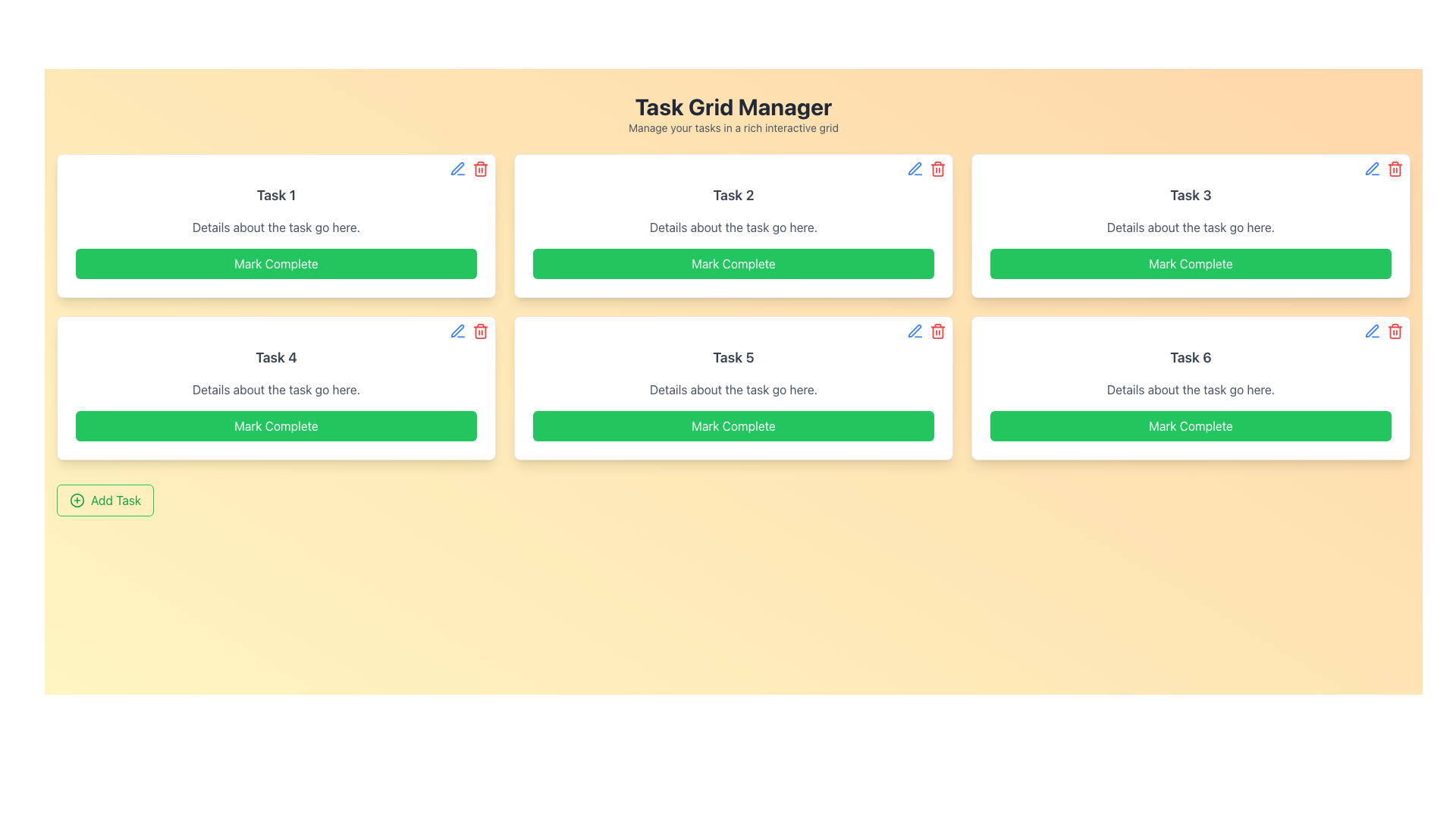 The image size is (1456, 819). What do you see at coordinates (733, 106) in the screenshot?
I see `the 'Task Grid Manager' text label which is displayed in bold, large font at the top-center of the interface against a light beige background` at bounding box center [733, 106].